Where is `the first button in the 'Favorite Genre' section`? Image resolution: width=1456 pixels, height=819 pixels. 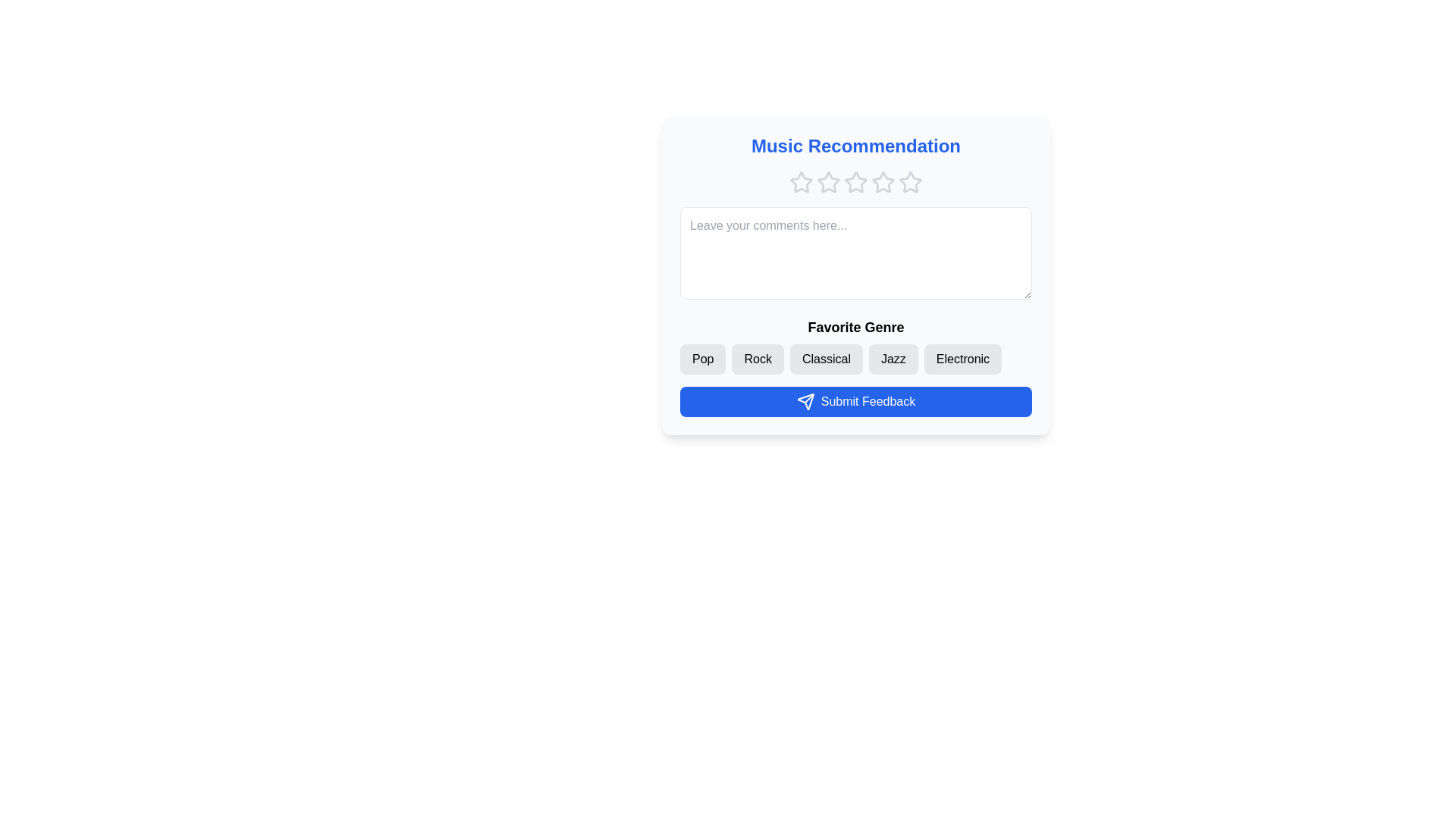
the first button in the 'Favorite Genre' section is located at coordinates (701, 359).